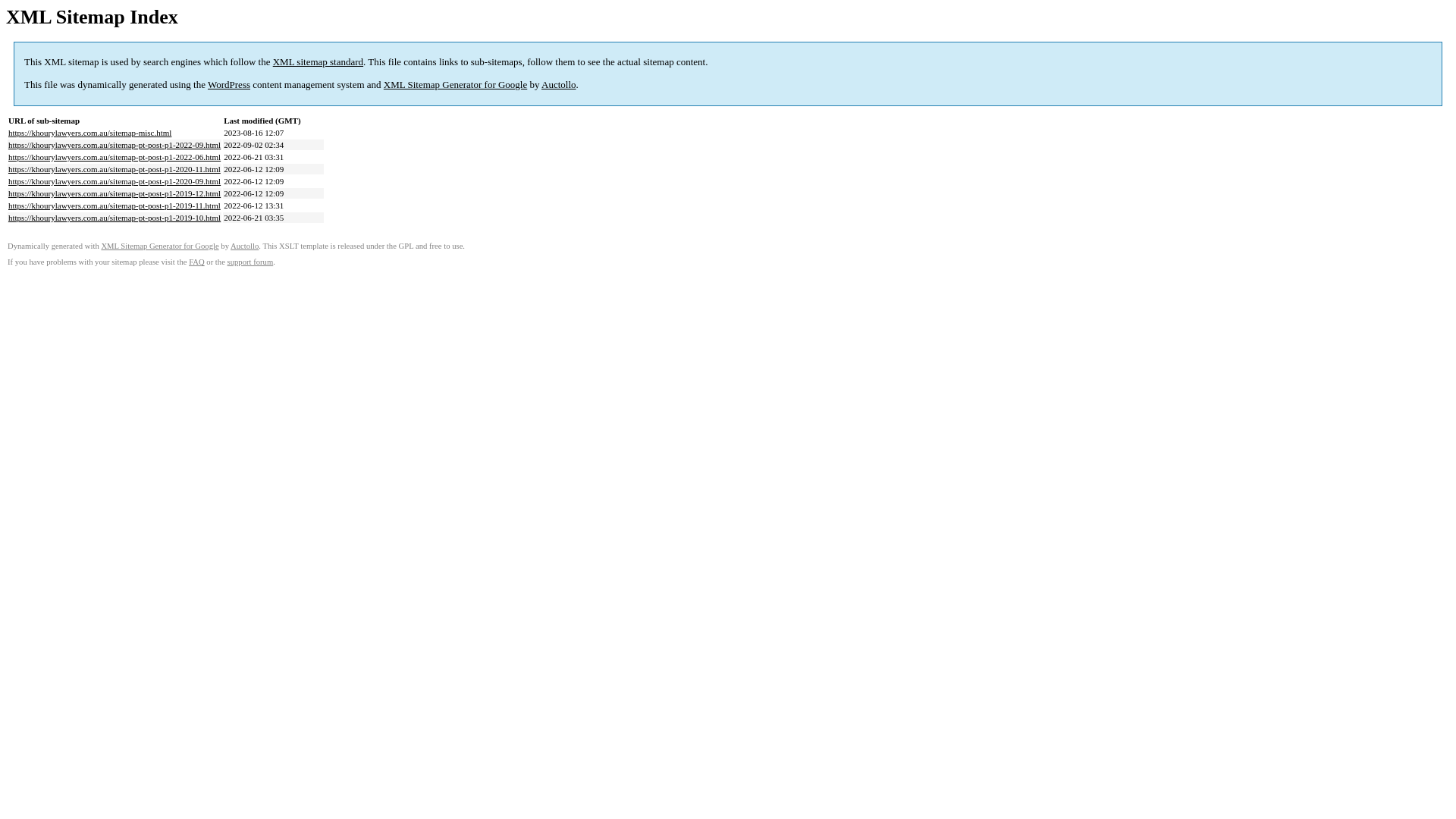  I want to click on 'https://khourylawyers.com.au/sitemap-pt-post-p1-2019-12.html', so click(113, 192).